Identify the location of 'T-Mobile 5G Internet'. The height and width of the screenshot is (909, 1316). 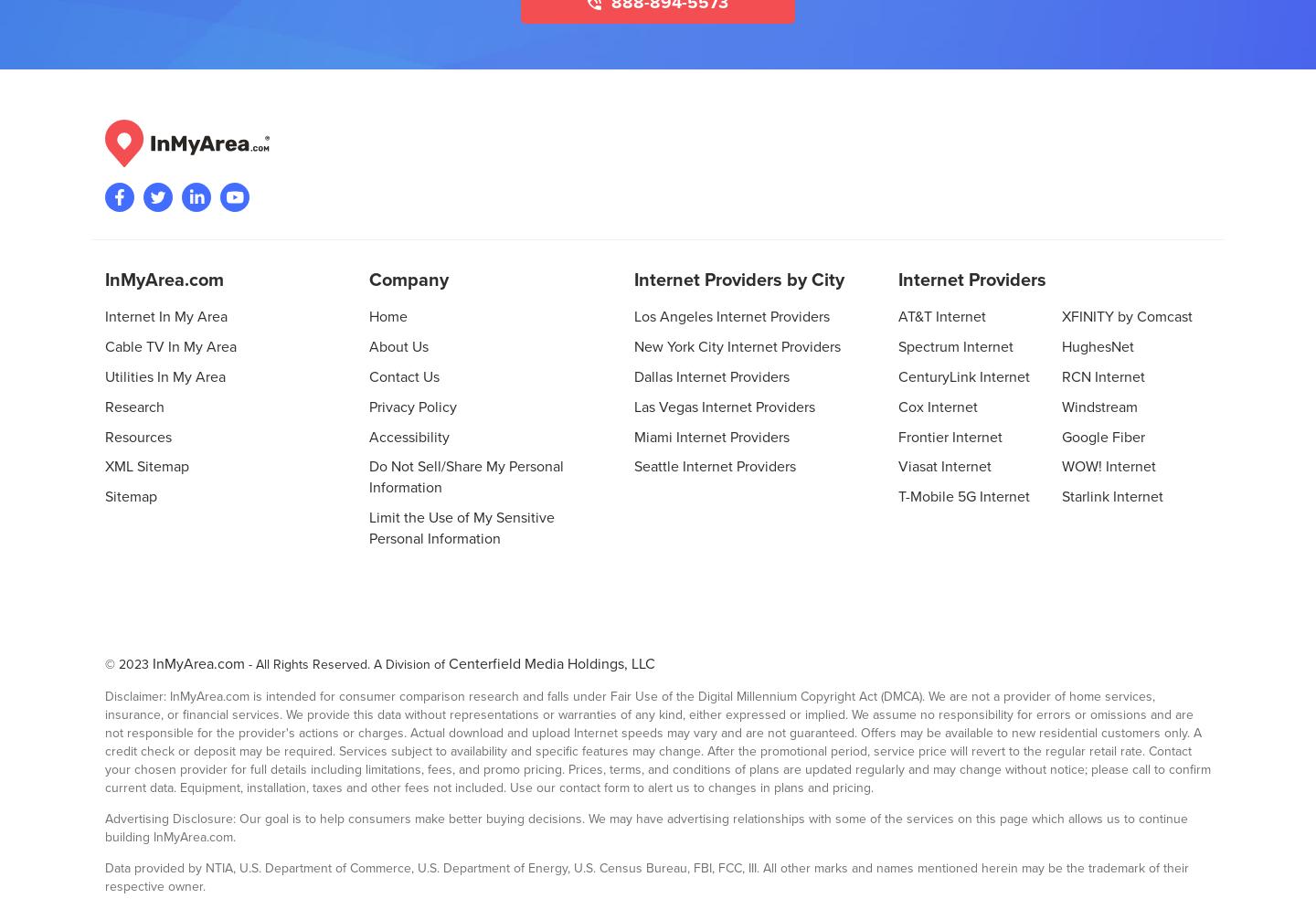
(962, 496).